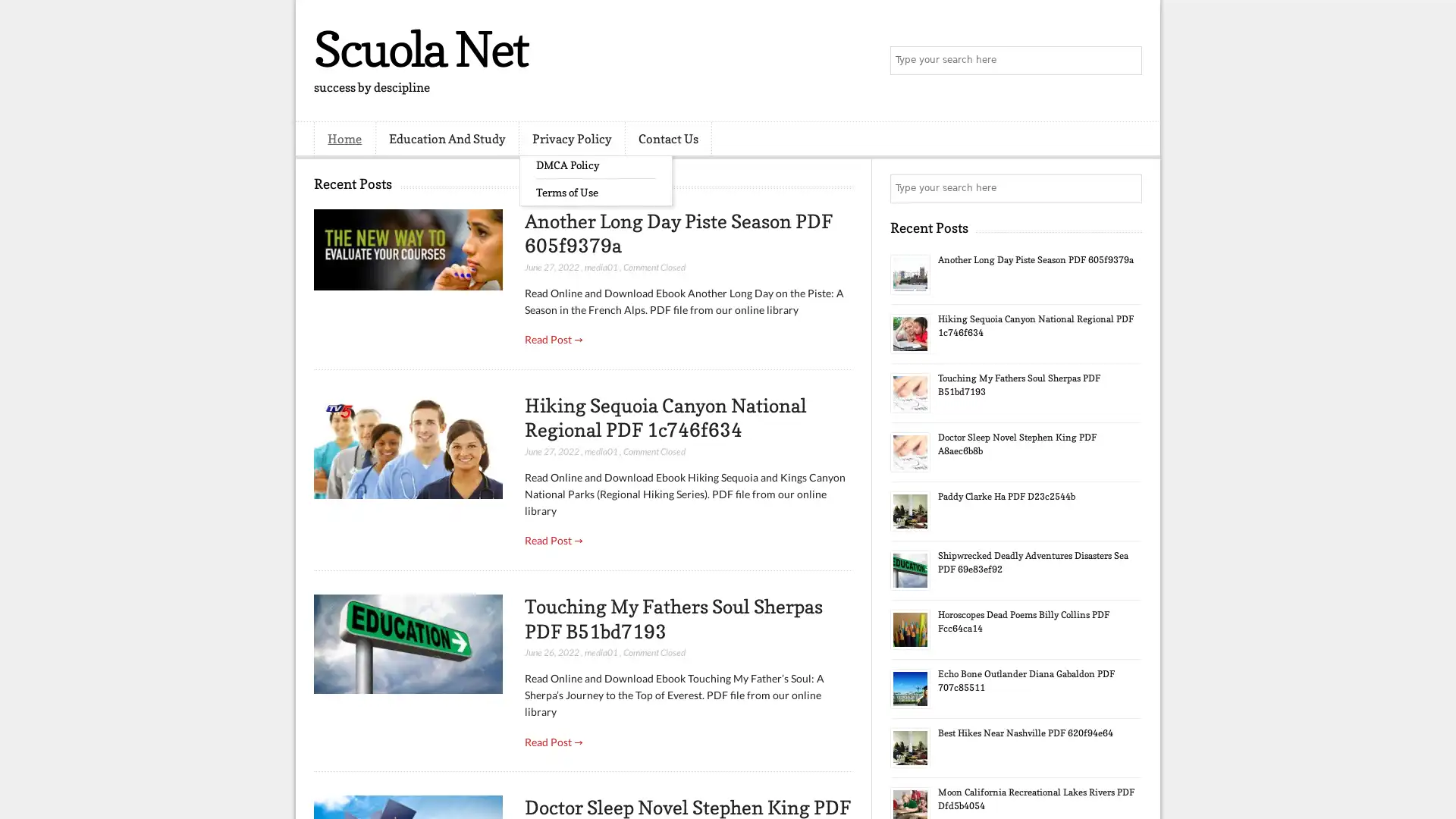 This screenshot has width=1456, height=819. I want to click on Search, so click(1126, 61).